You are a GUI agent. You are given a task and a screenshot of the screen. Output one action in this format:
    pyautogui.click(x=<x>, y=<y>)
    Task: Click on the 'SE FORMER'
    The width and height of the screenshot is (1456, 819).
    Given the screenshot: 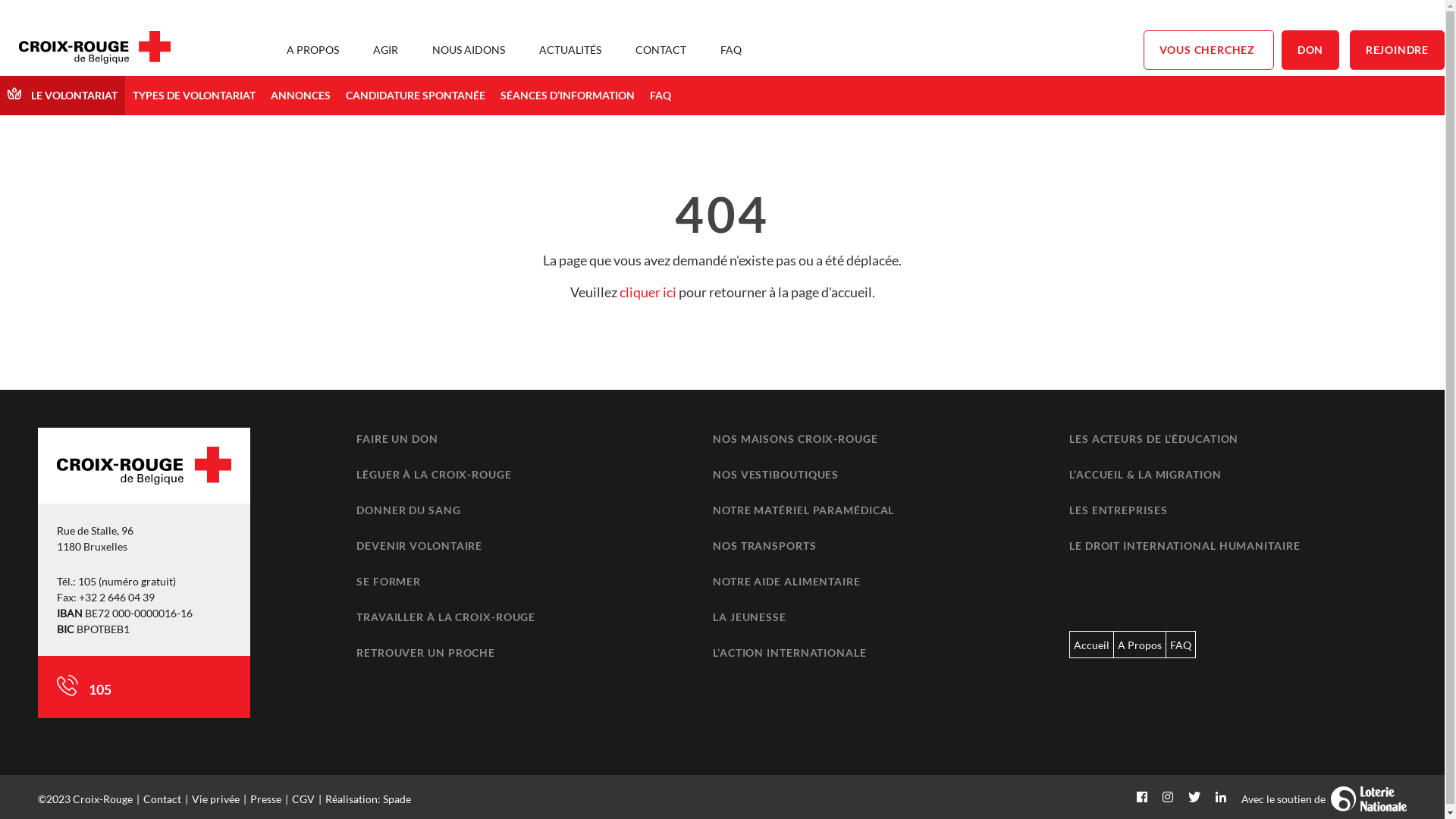 What is the action you would take?
    pyautogui.click(x=388, y=580)
    